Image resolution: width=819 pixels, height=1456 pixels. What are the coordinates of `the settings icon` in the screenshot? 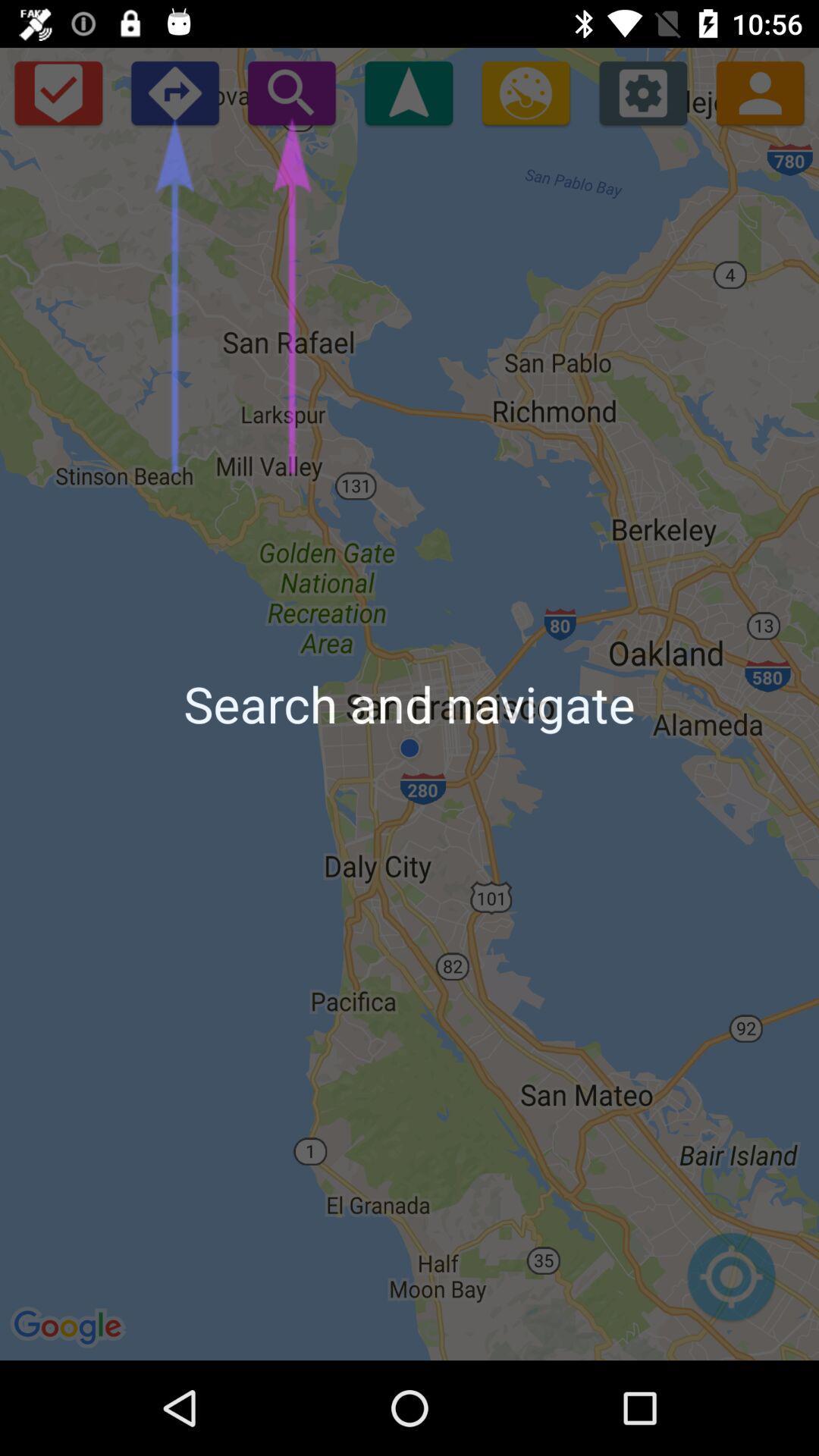 It's located at (643, 92).